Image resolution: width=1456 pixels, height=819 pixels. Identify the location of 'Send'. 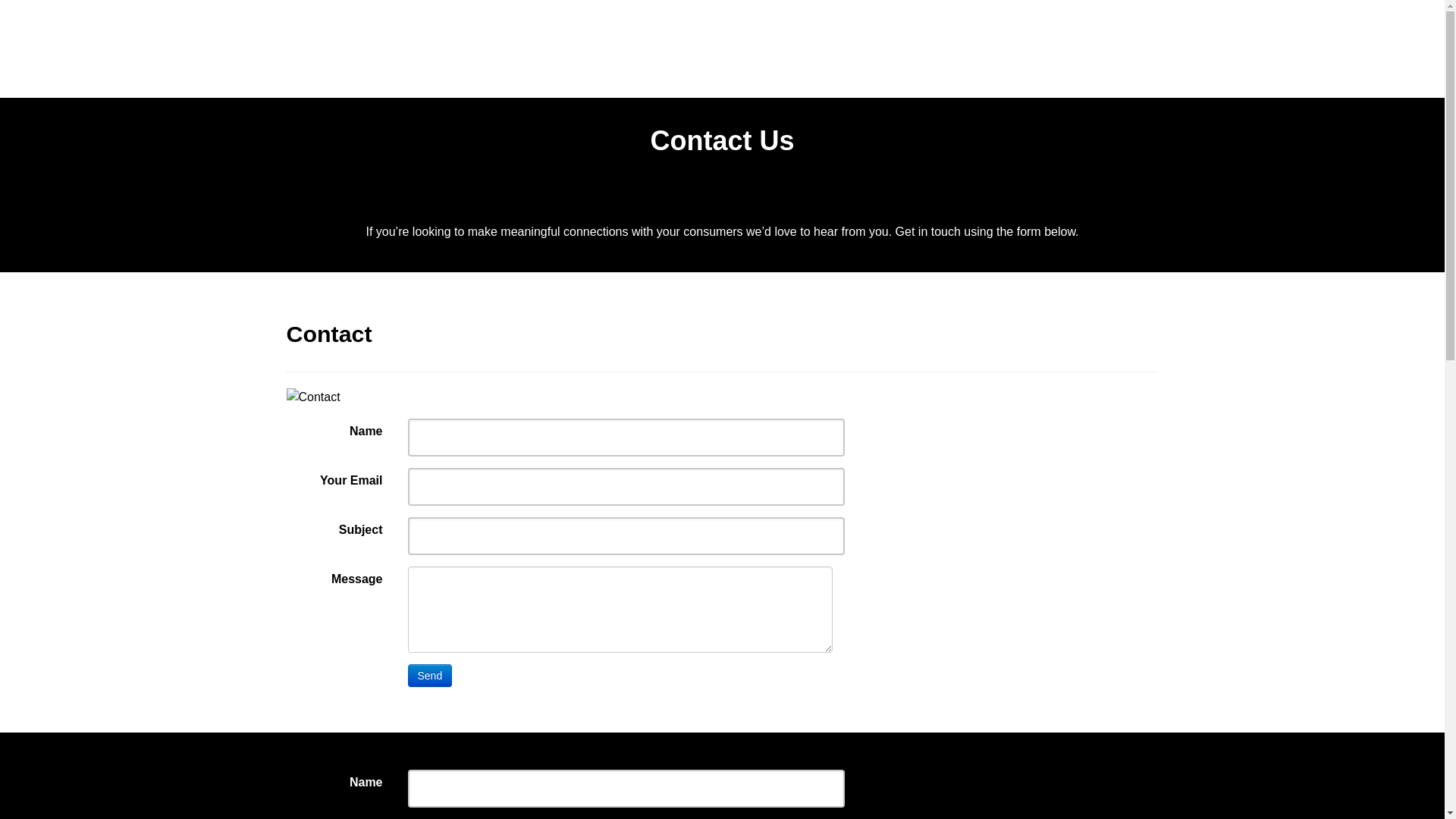
(429, 675).